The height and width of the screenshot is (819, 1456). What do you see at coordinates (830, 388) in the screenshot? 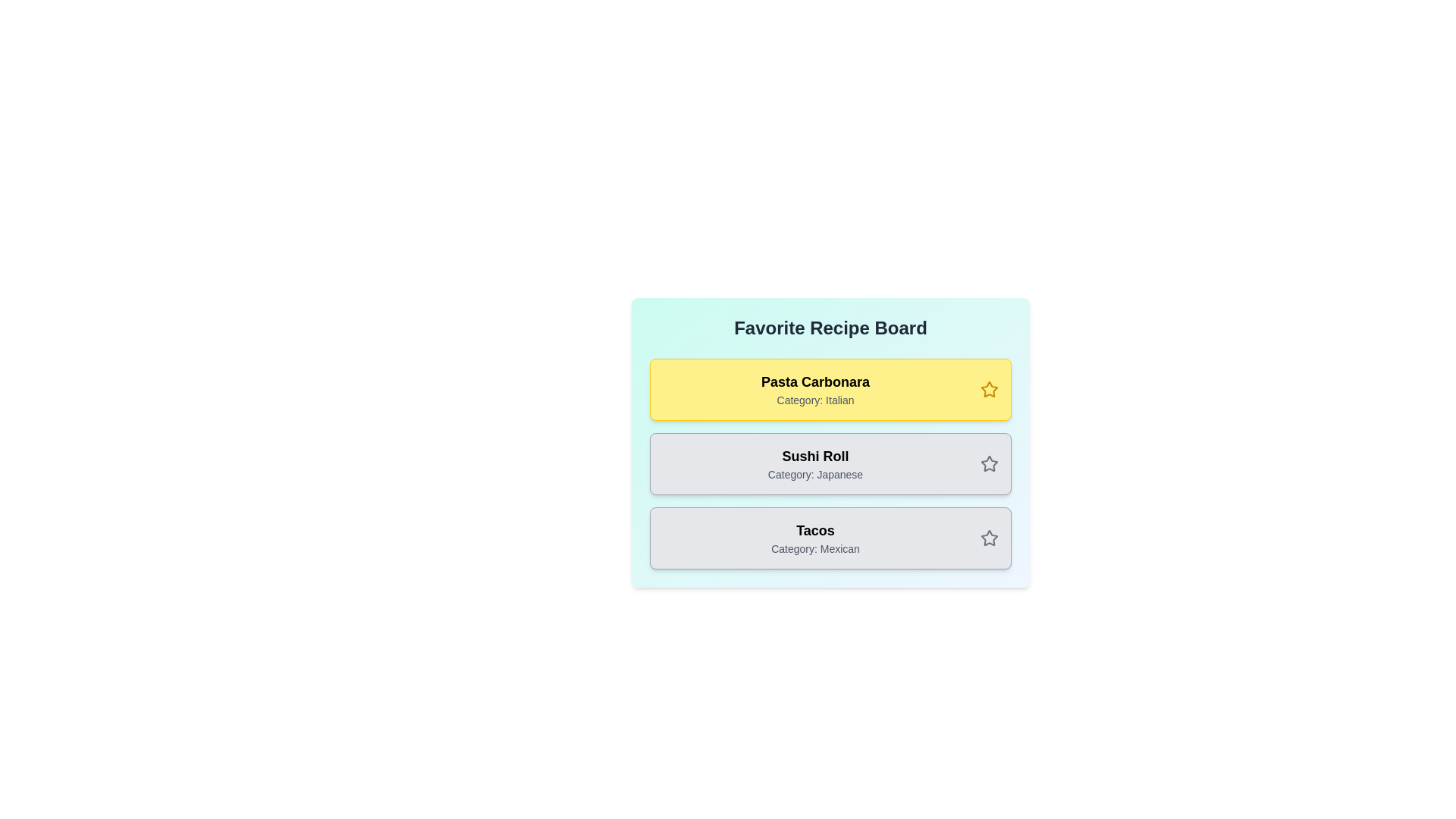
I see `the recipe card for Pasta Carbonara` at bounding box center [830, 388].